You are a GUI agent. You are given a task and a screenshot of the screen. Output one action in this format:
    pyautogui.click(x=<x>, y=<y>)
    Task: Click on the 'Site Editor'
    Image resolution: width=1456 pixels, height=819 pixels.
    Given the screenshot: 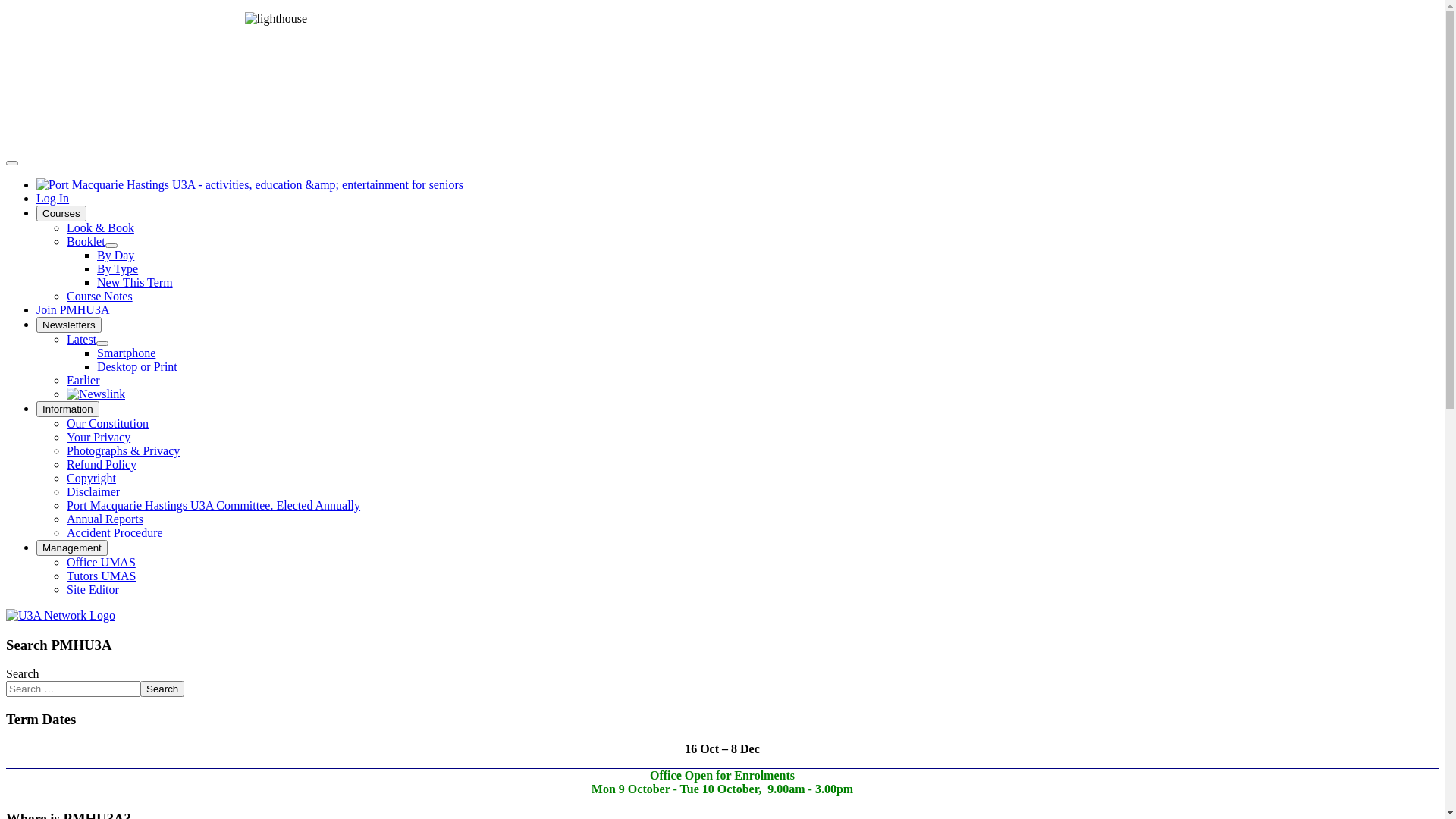 What is the action you would take?
    pyautogui.click(x=92, y=588)
    